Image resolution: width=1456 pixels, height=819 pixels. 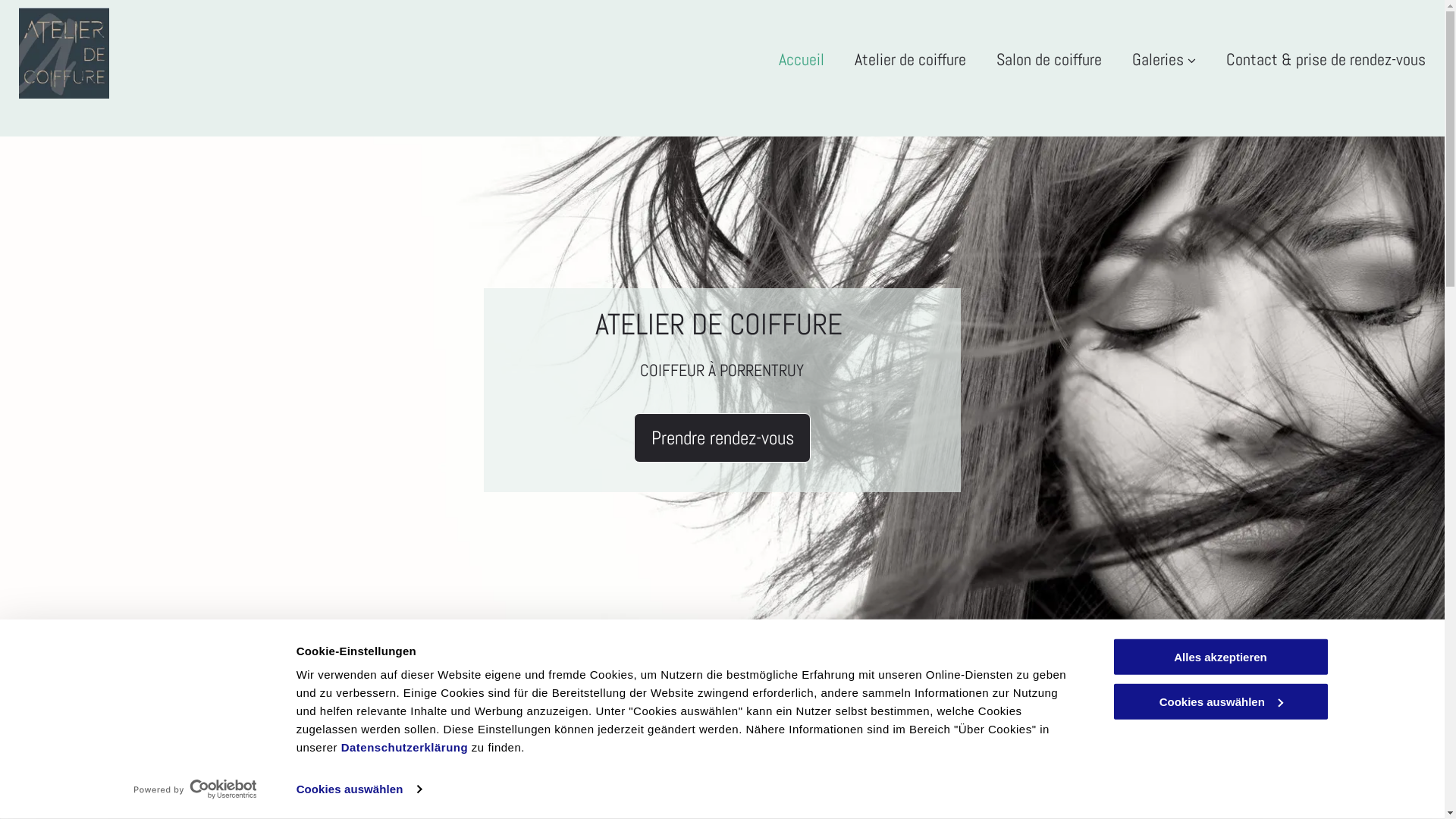 What do you see at coordinates (1131, 57) in the screenshot?
I see `'Galeries'` at bounding box center [1131, 57].